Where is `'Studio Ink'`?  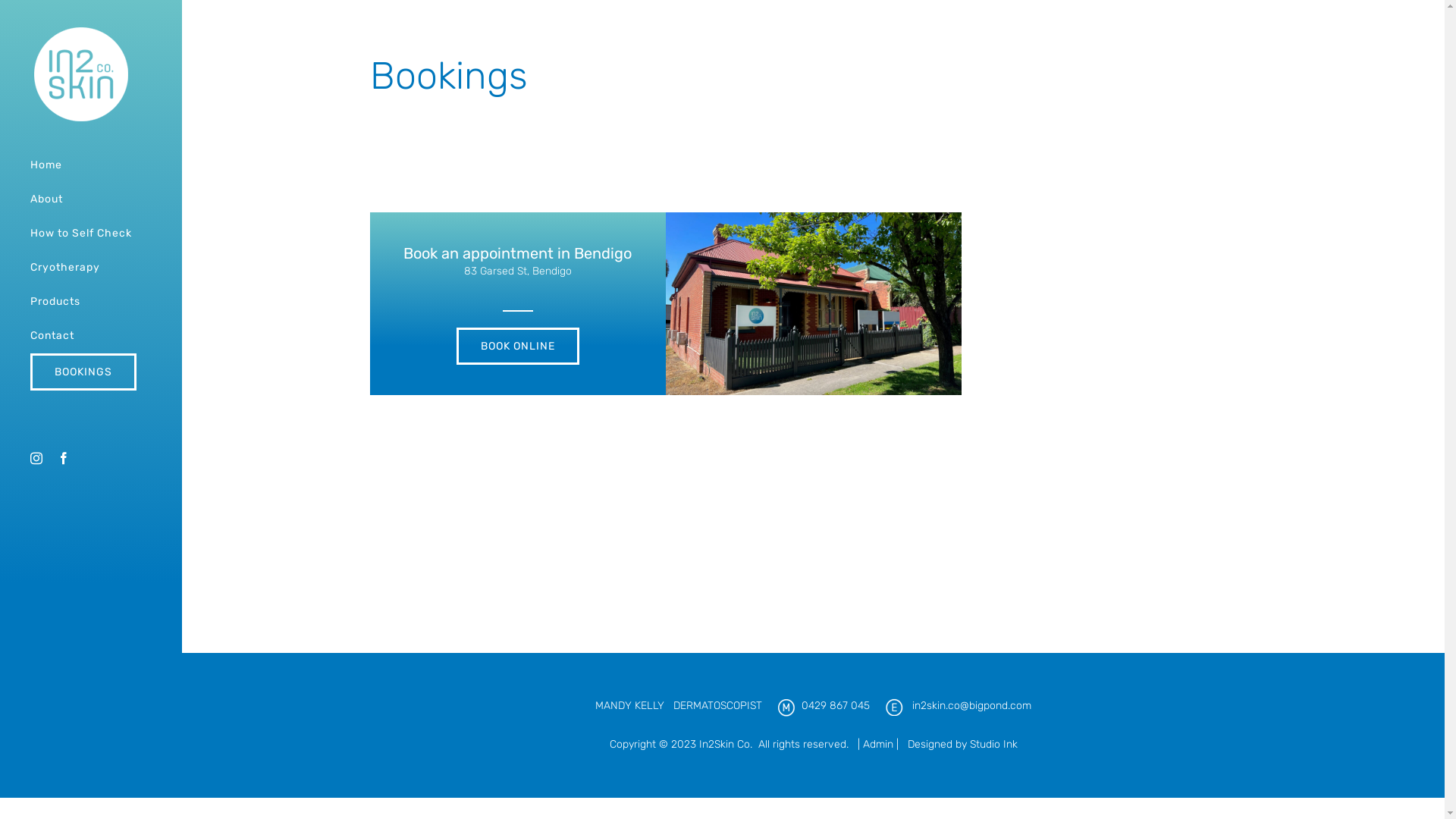 'Studio Ink' is located at coordinates (968, 743).